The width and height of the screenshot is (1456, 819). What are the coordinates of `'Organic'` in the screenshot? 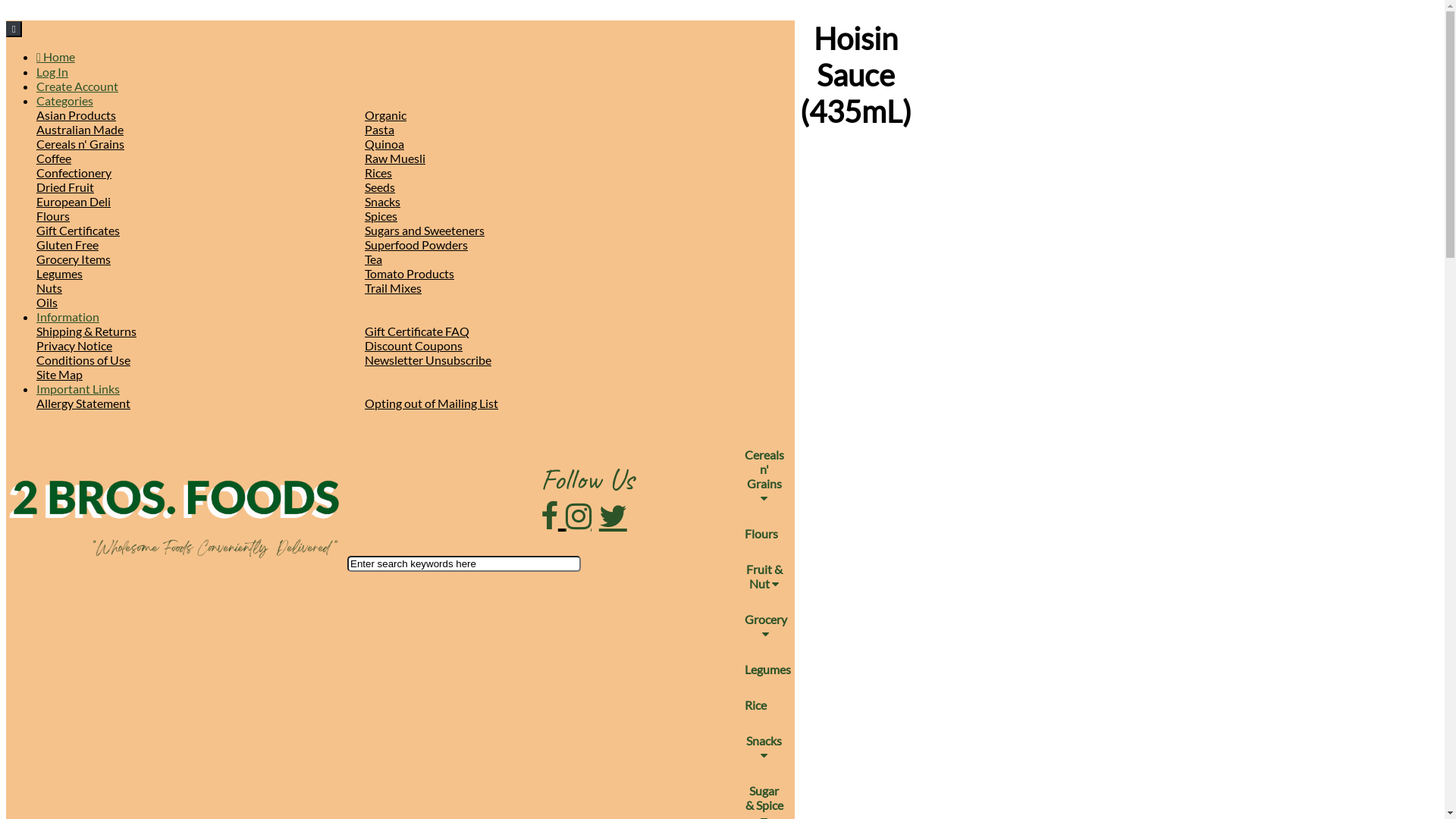 It's located at (385, 114).